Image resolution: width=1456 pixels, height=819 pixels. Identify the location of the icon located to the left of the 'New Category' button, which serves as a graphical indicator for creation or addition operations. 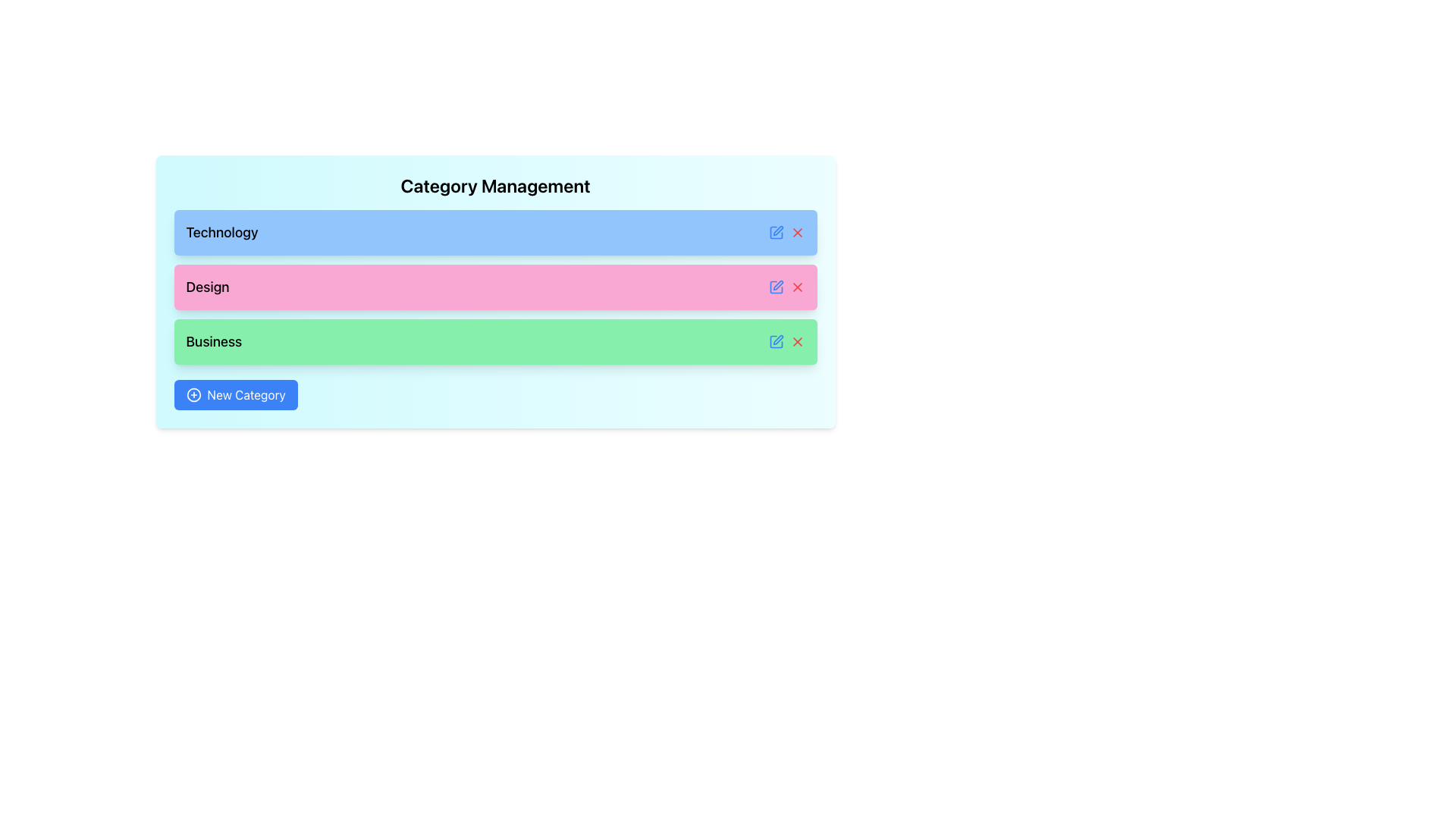
(193, 394).